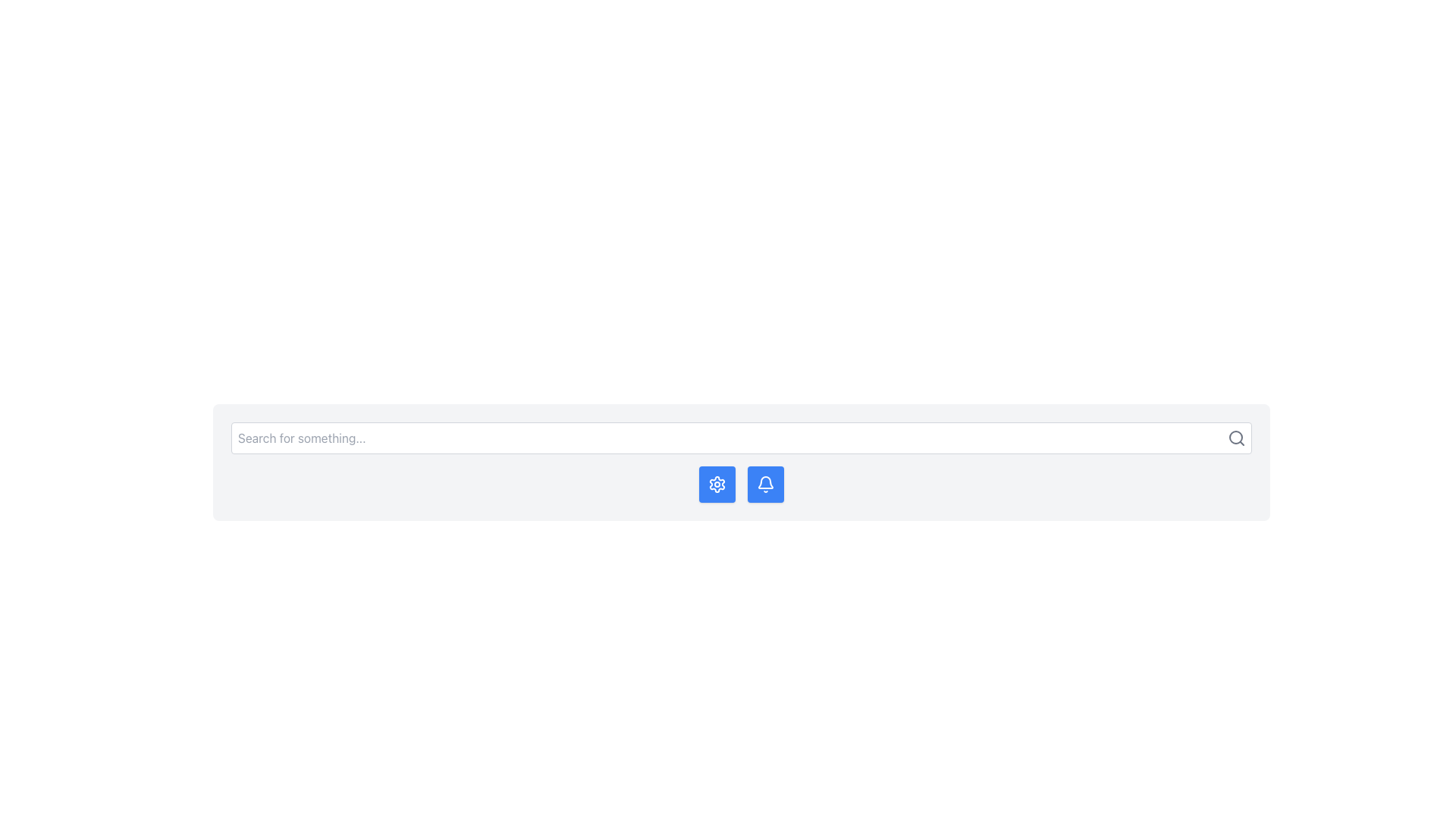 The image size is (1456, 819). Describe the element at coordinates (1237, 438) in the screenshot. I see `the magnifying glass icon located at the far right of the search bar` at that location.